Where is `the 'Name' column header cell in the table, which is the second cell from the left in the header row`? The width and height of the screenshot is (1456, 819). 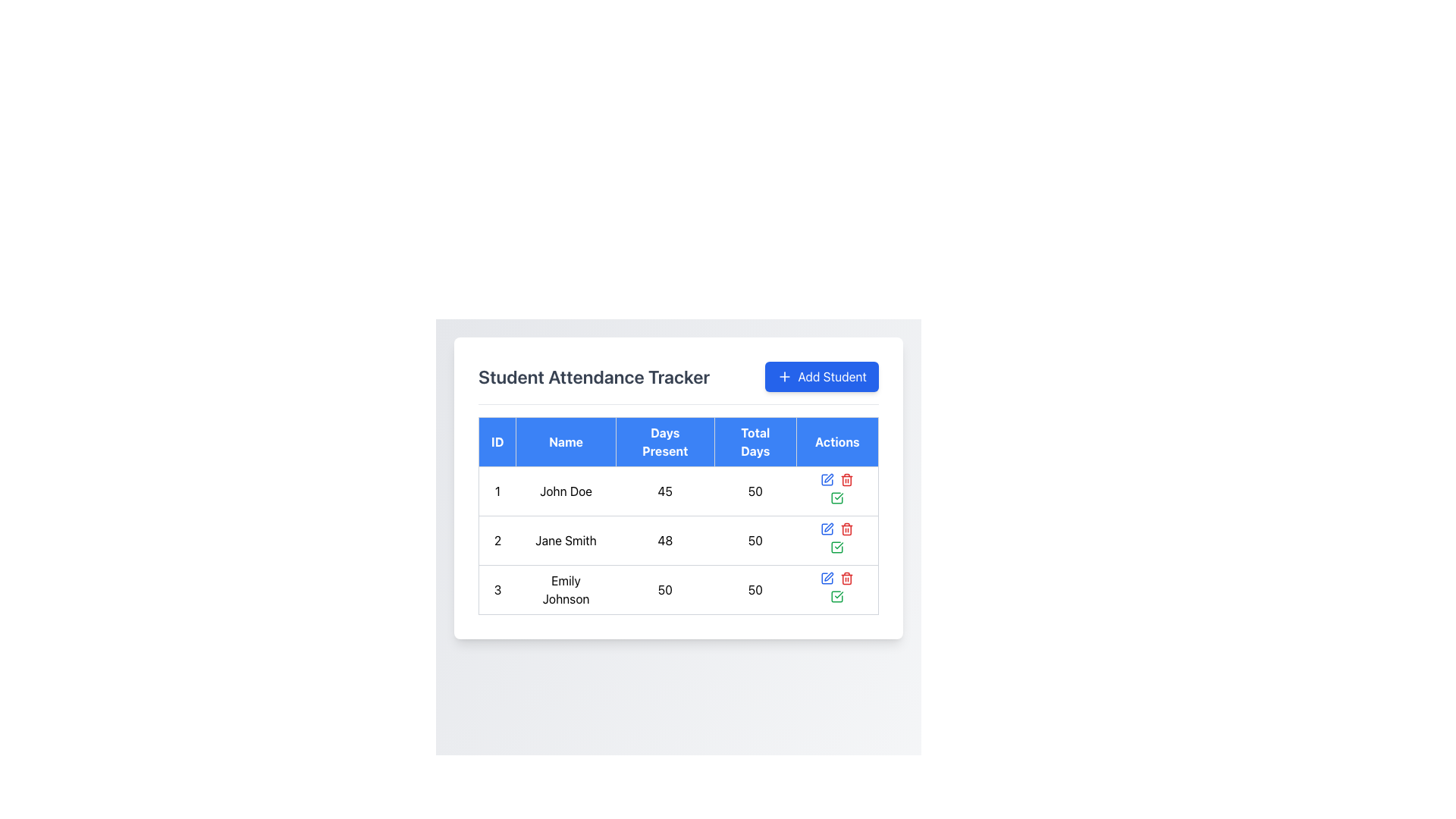 the 'Name' column header cell in the table, which is the second cell from the left in the header row is located at coordinates (565, 441).